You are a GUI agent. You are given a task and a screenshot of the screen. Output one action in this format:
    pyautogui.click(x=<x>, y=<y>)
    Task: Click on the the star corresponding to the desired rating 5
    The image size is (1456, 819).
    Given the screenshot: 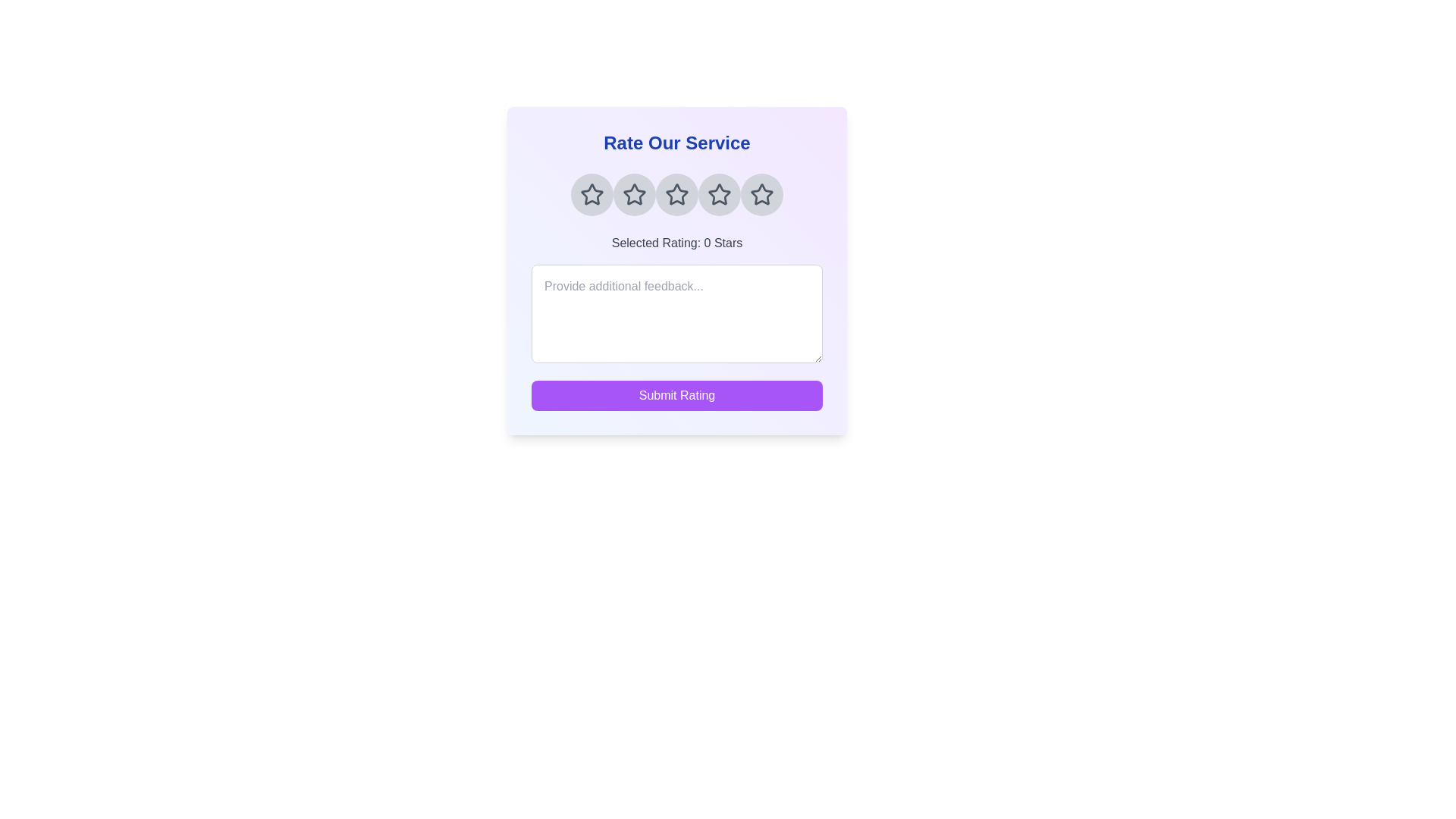 What is the action you would take?
    pyautogui.click(x=761, y=194)
    